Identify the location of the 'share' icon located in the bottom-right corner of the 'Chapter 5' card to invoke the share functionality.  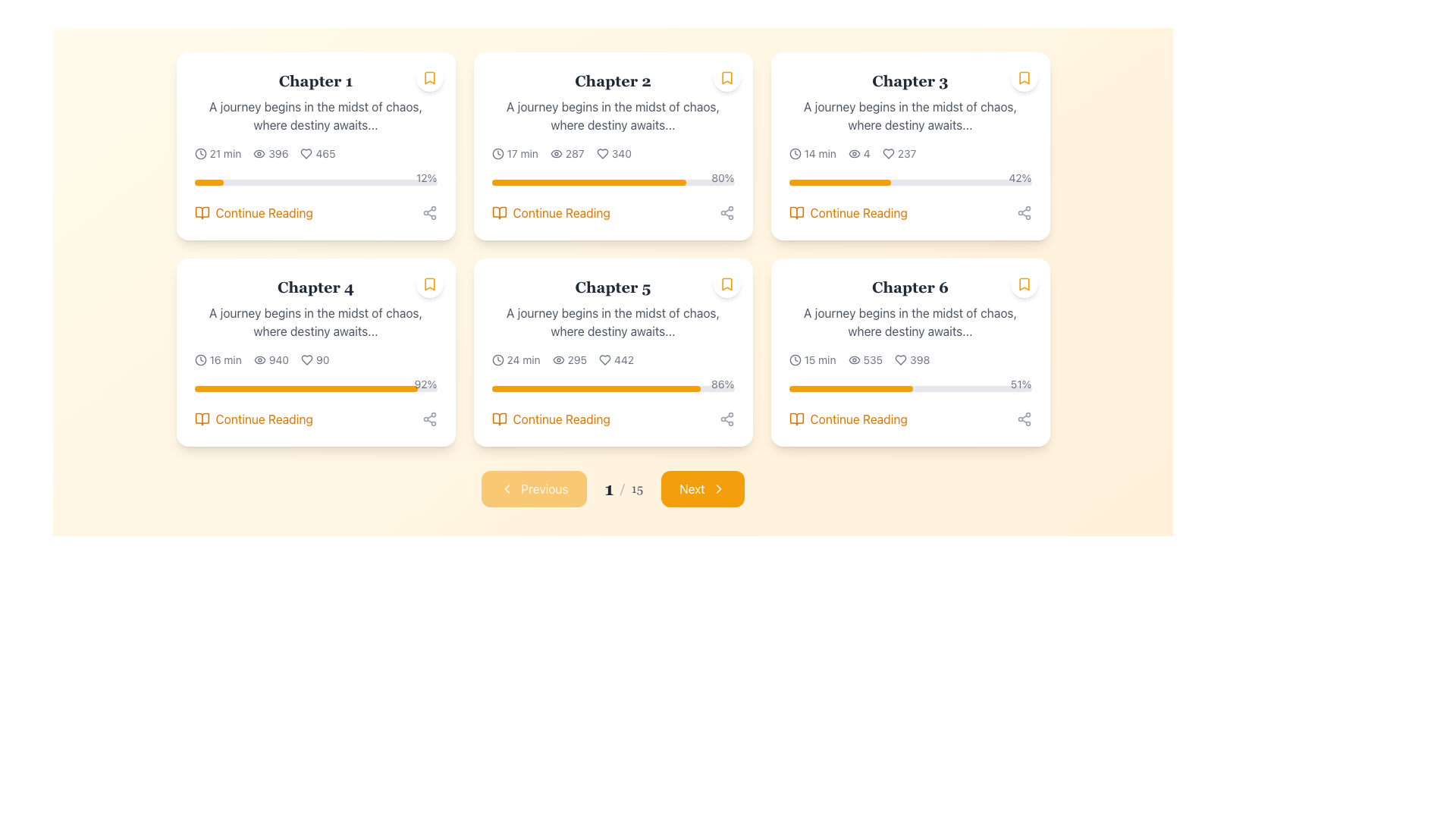
(726, 419).